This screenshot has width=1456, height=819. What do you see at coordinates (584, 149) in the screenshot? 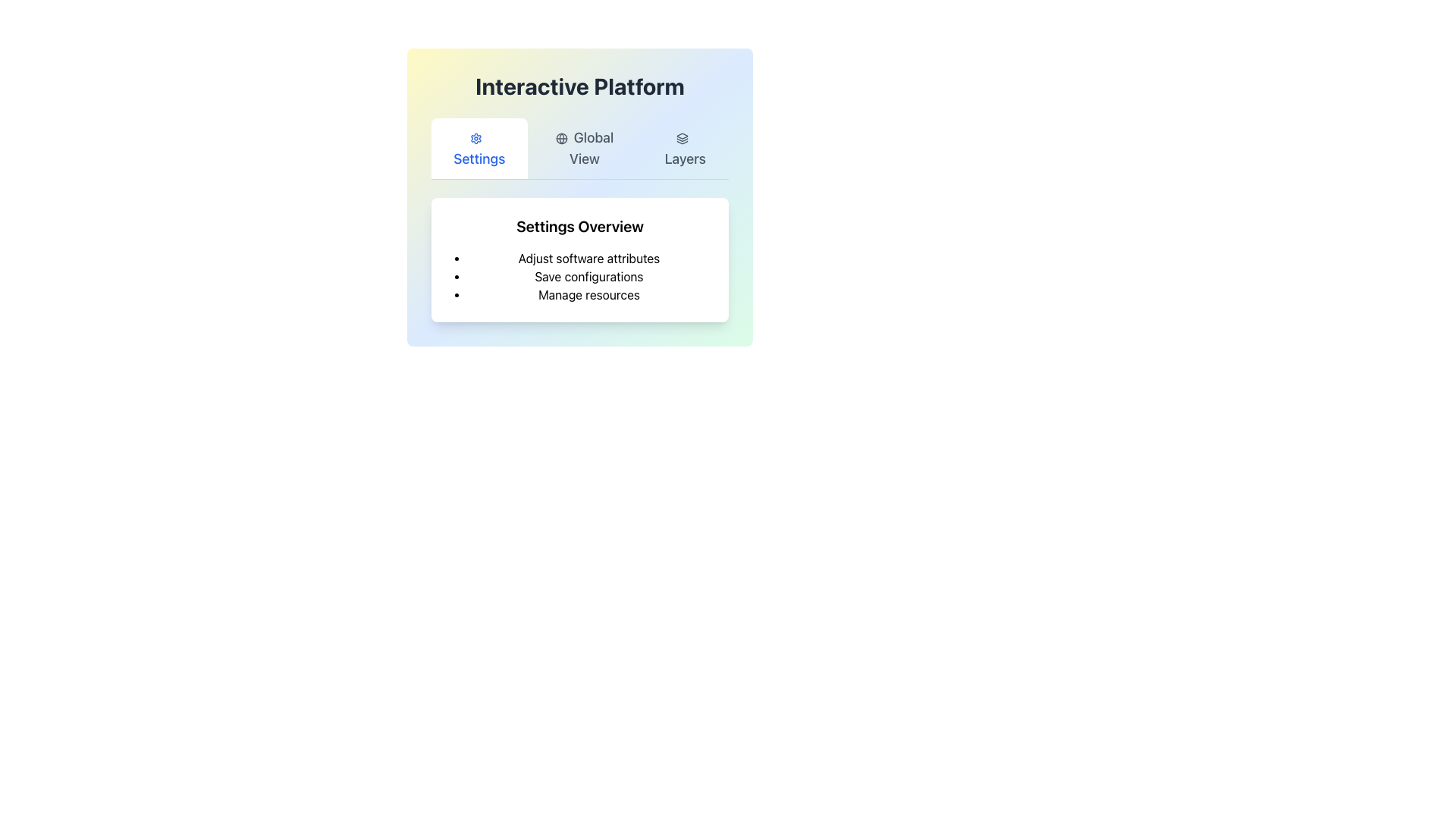
I see `the 'Global View' navigation tab` at bounding box center [584, 149].